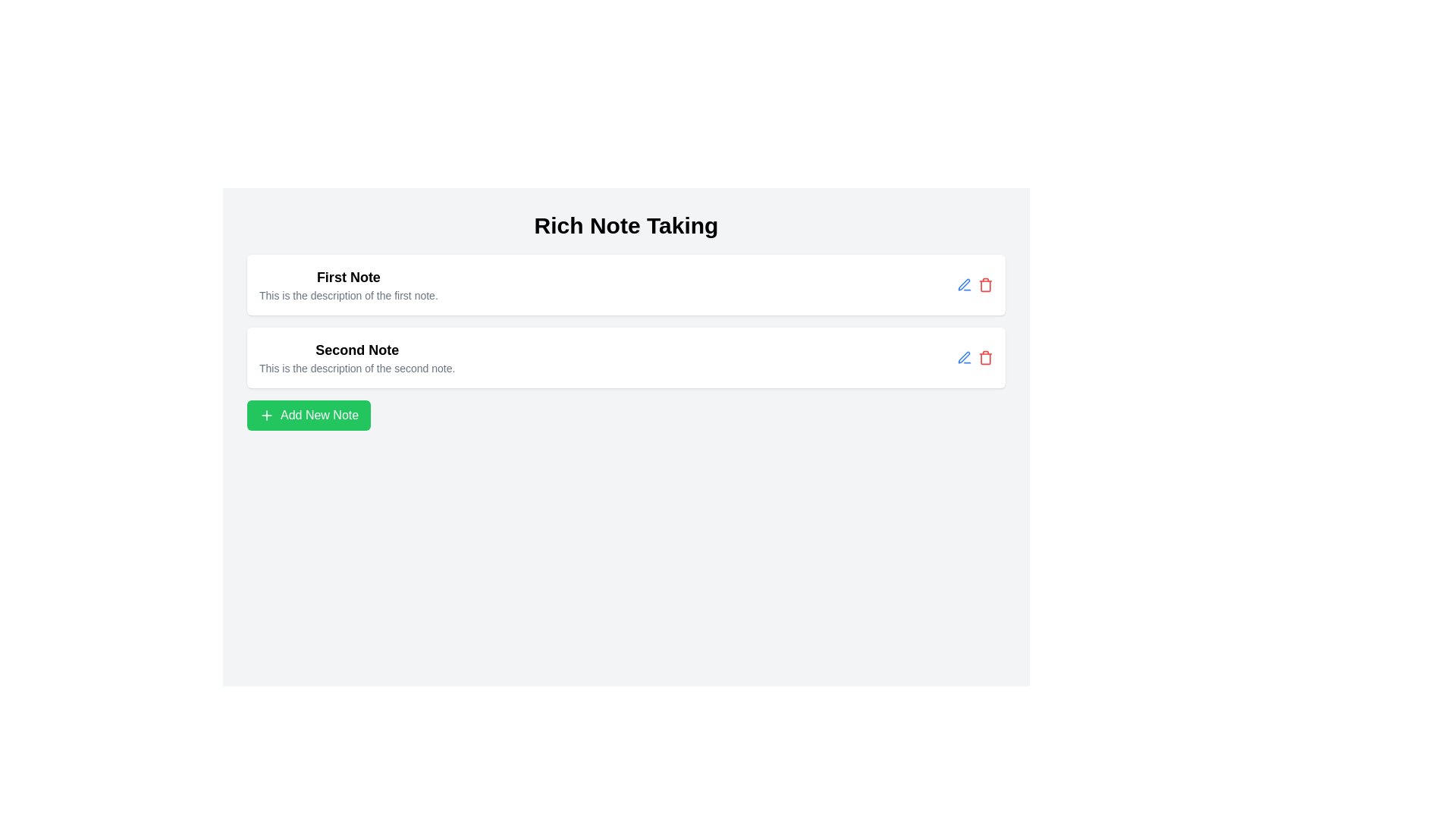 The width and height of the screenshot is (1456, 819). Describe the element at coordinates (347, 284) in the screenshot. I see `the Text block that contains two lines of text, with the first line being bold and reading 'First Note' and the second line smaller and grayer, which describes the first note` at that location.